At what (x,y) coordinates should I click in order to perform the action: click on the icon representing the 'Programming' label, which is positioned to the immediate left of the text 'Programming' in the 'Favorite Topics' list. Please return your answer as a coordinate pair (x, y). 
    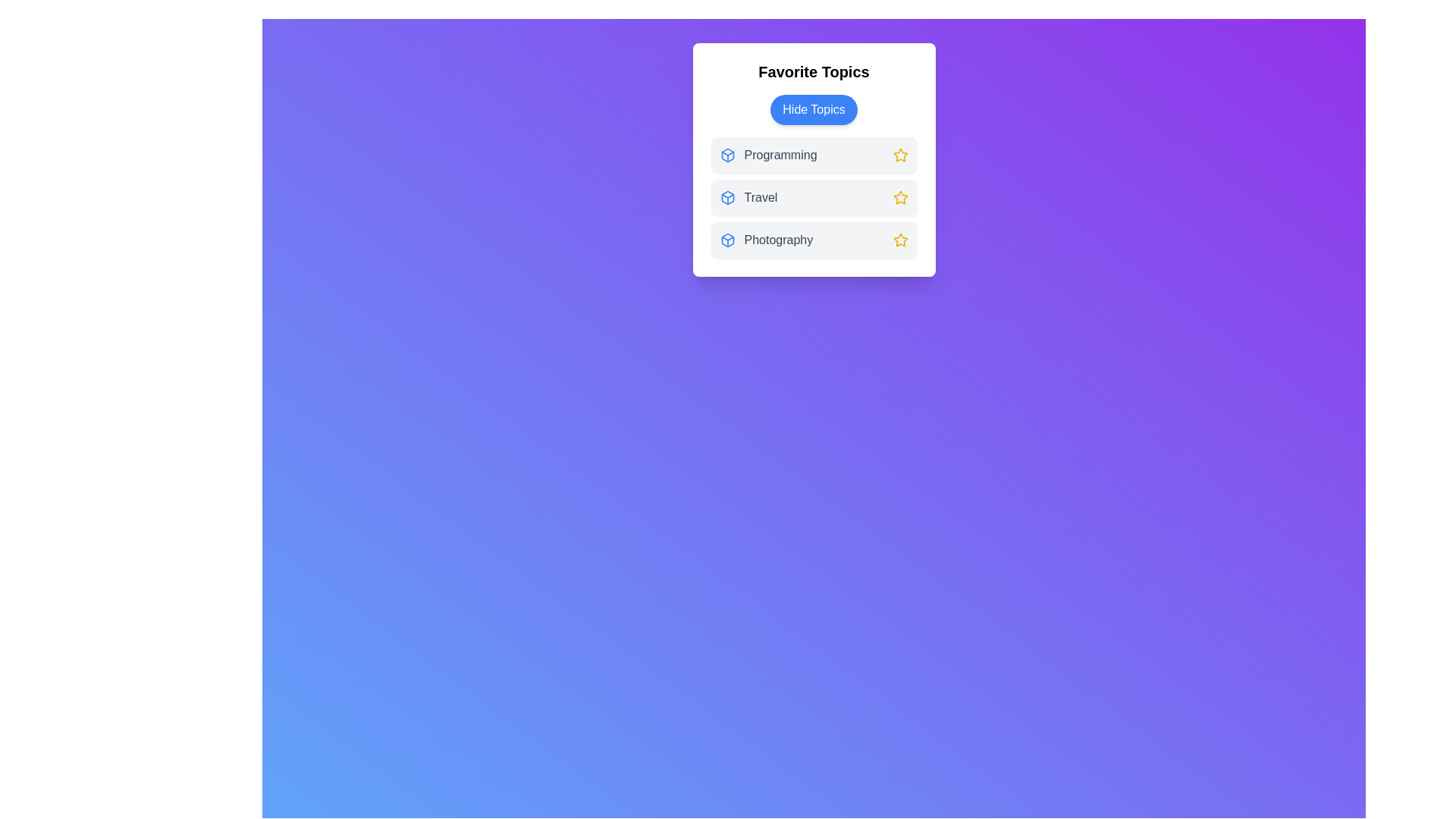
    Looking at the image, I should click on (726, 155).